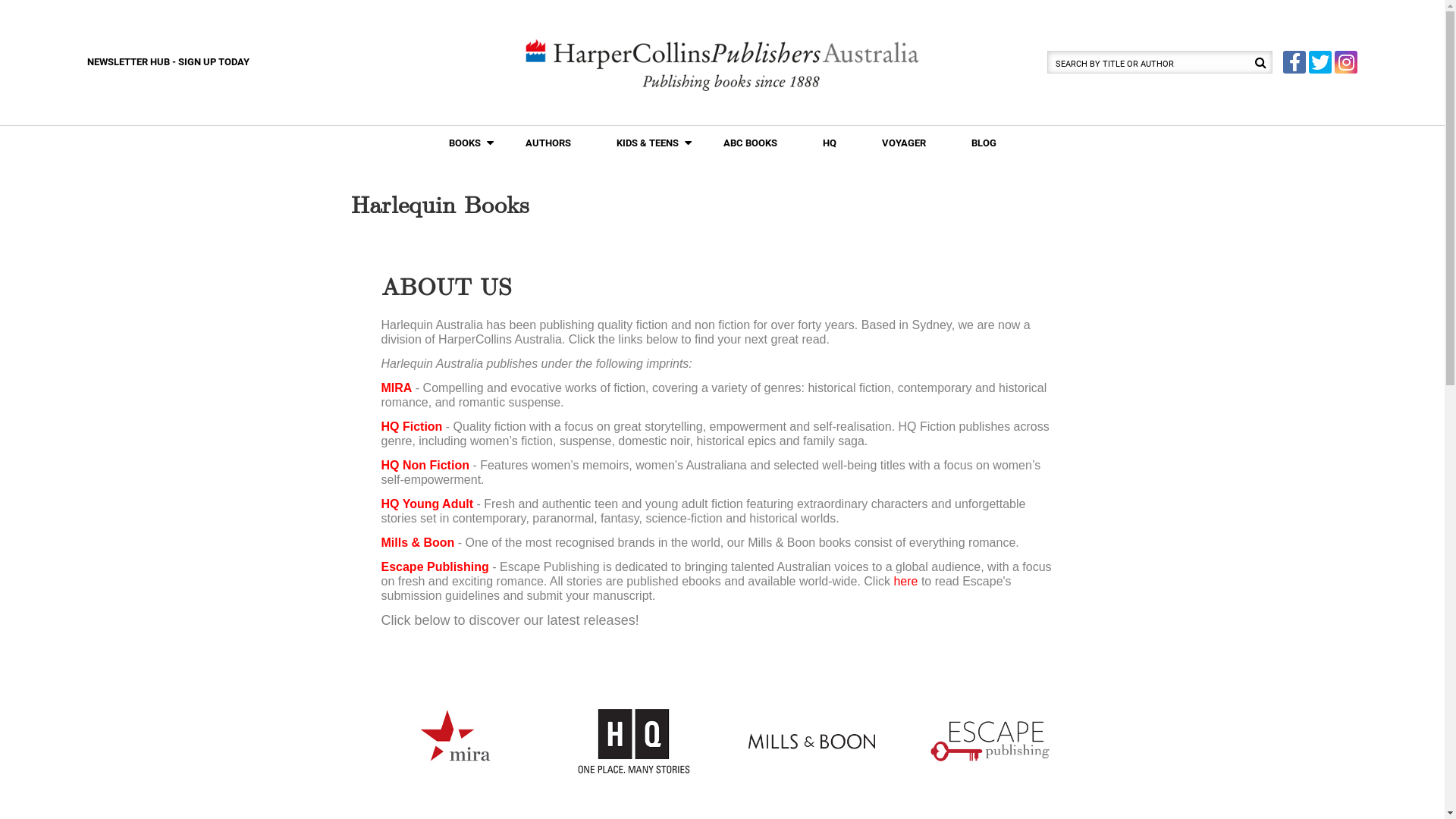 The image size is (1456, 819). Describe the element at coordinates (750, 143) in the screenshot. I see `'ABC BOOKS'` at that location.